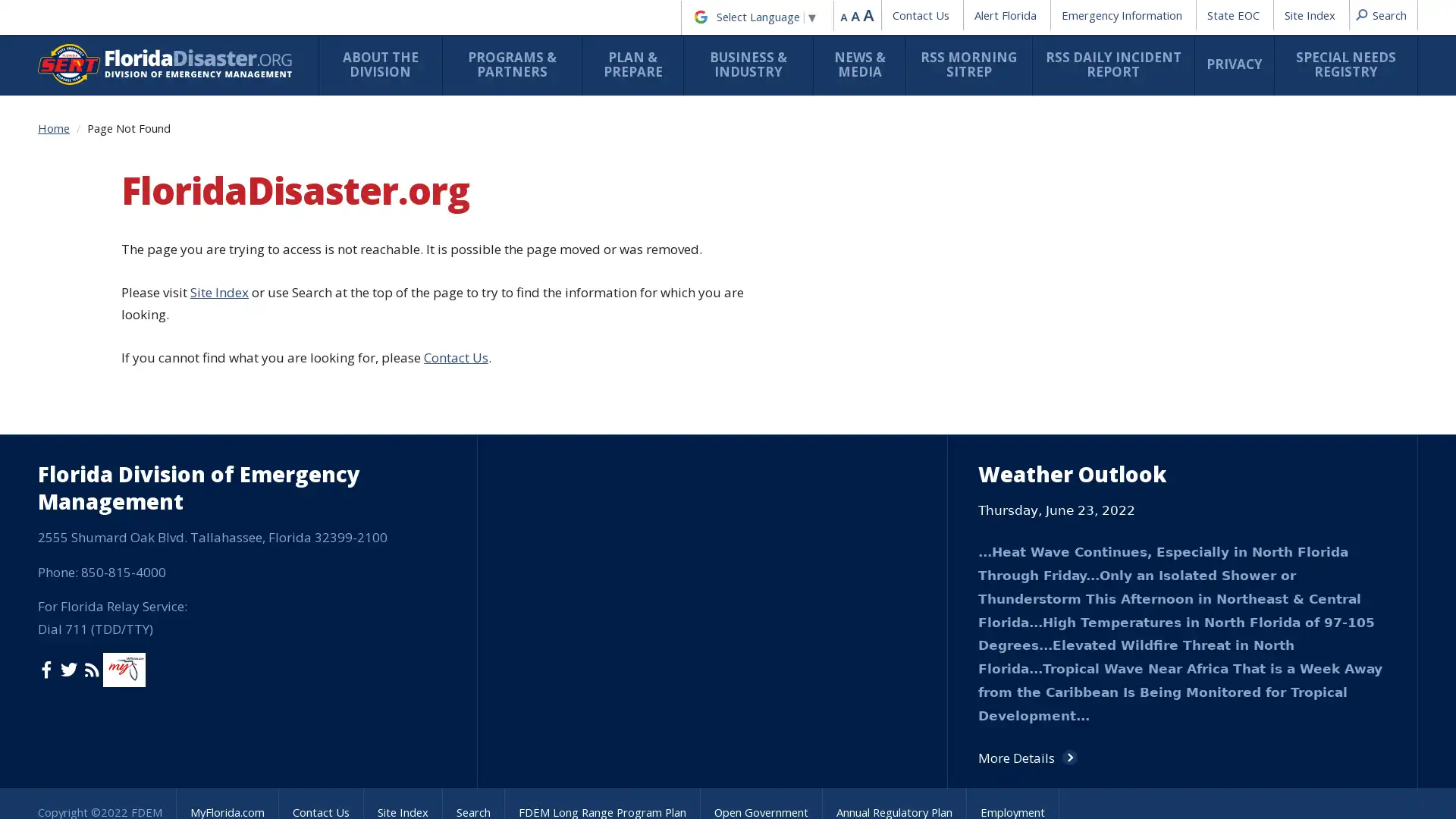 The width and height of the screenshot is (1456, 819). What do you see at coordinates (455, 175) in the screenshot?
I see `Toggle More` at bounding box center [455, 175].